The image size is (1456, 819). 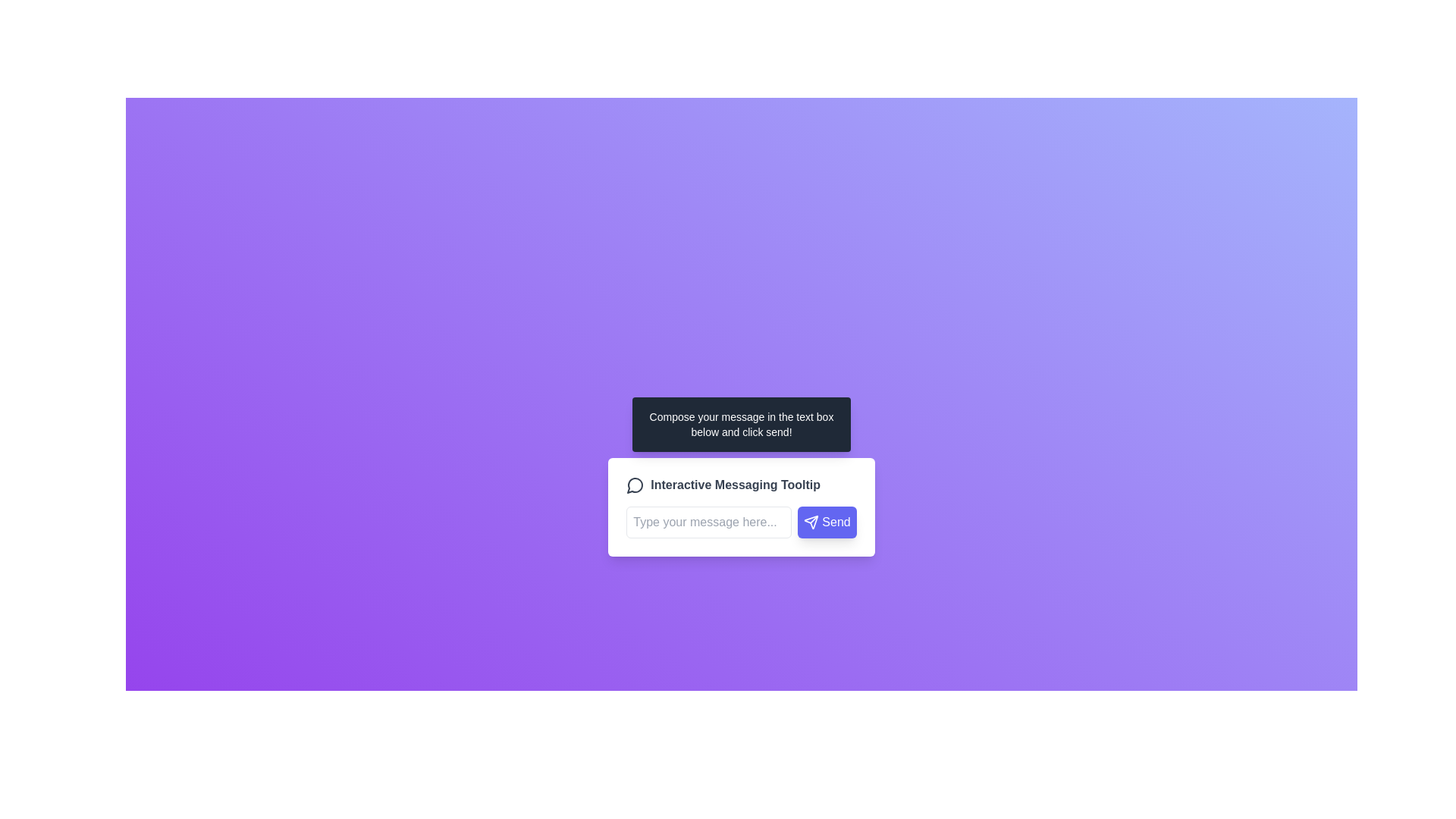 I want to click on the text input field to place the cursor for typing a message, so click(x=708, y=522).